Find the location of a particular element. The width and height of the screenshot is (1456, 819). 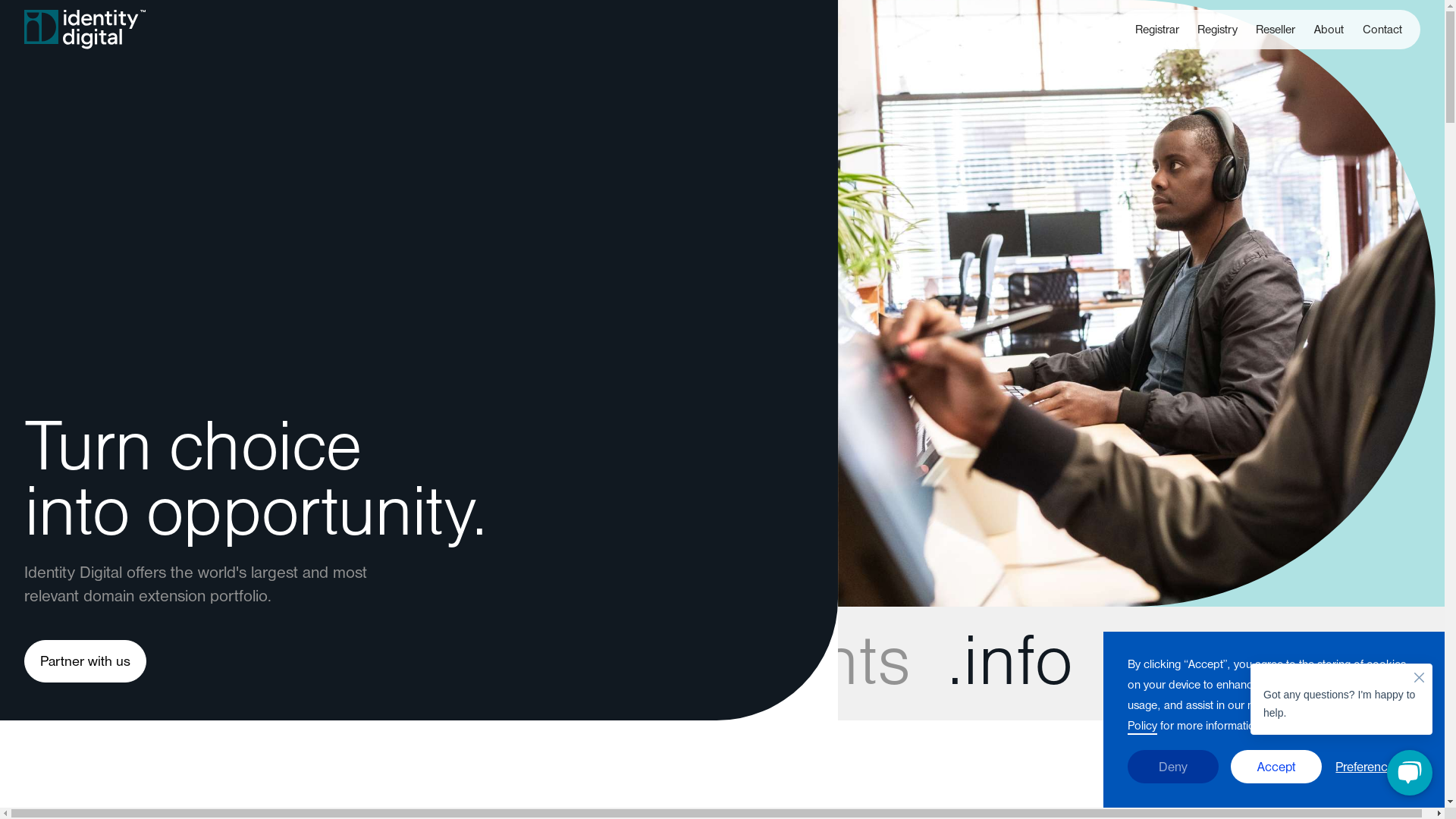

'Preferences' is located at coordinates (1368, 766).